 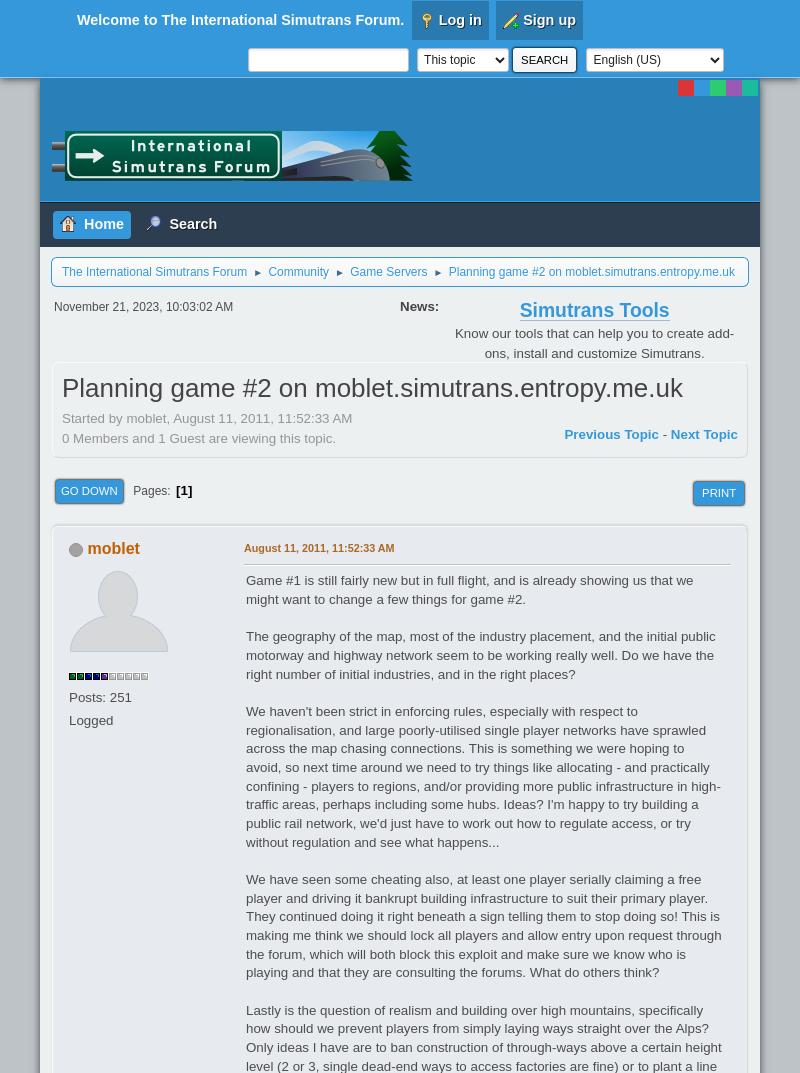 I want to click on '-', so click(x=663, y=433).